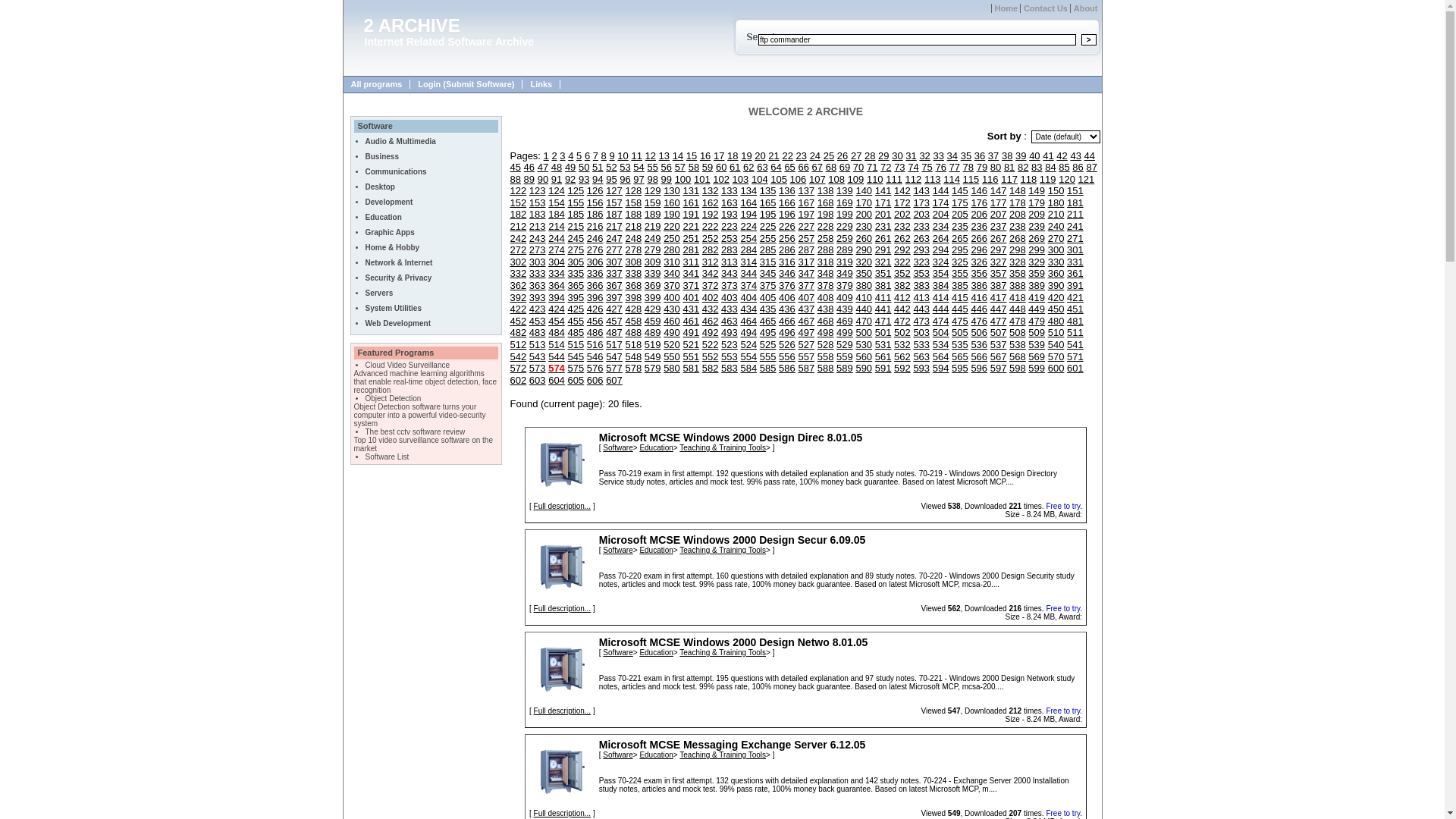 Image resolution: width=1456 pixels, height=819 pixels. I want to click on '249', so click(644, 238).